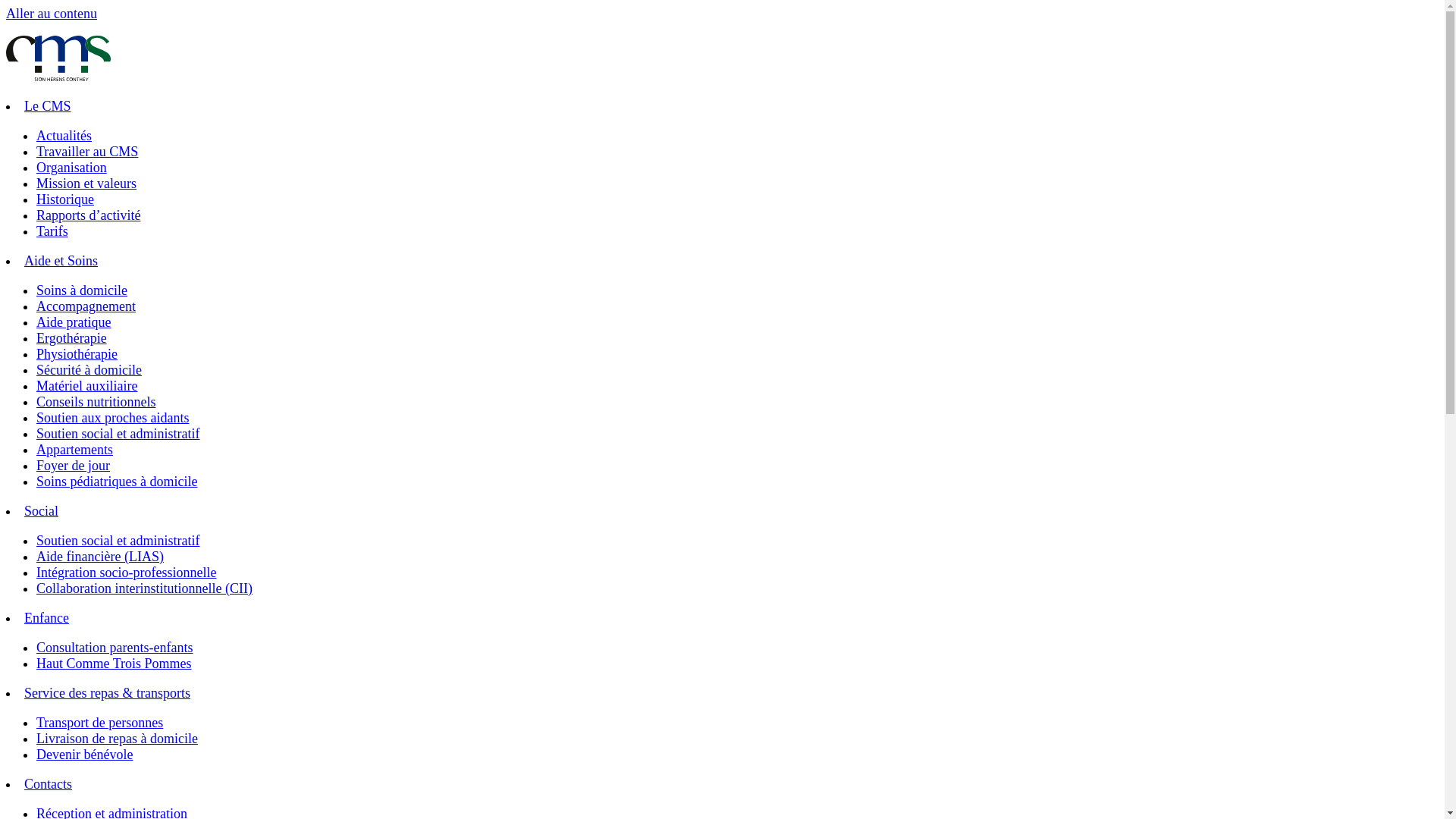 The height and width of the screenshot is (819, 1456). What do you see at coordinates (36, 231) in the screenshot?
I see `'Tarifs'` at bounding box center [36, 231].